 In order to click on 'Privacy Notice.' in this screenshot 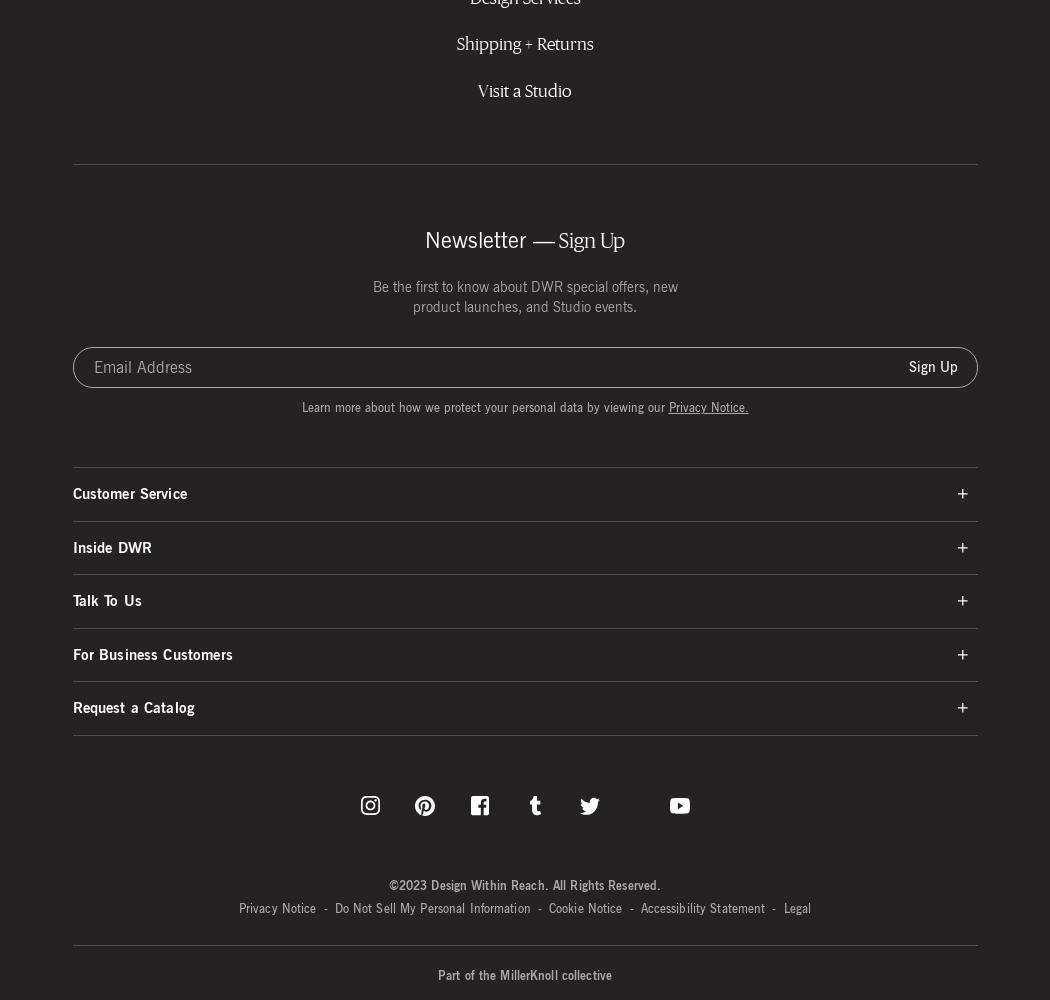, I will do `click(667, 406)`.